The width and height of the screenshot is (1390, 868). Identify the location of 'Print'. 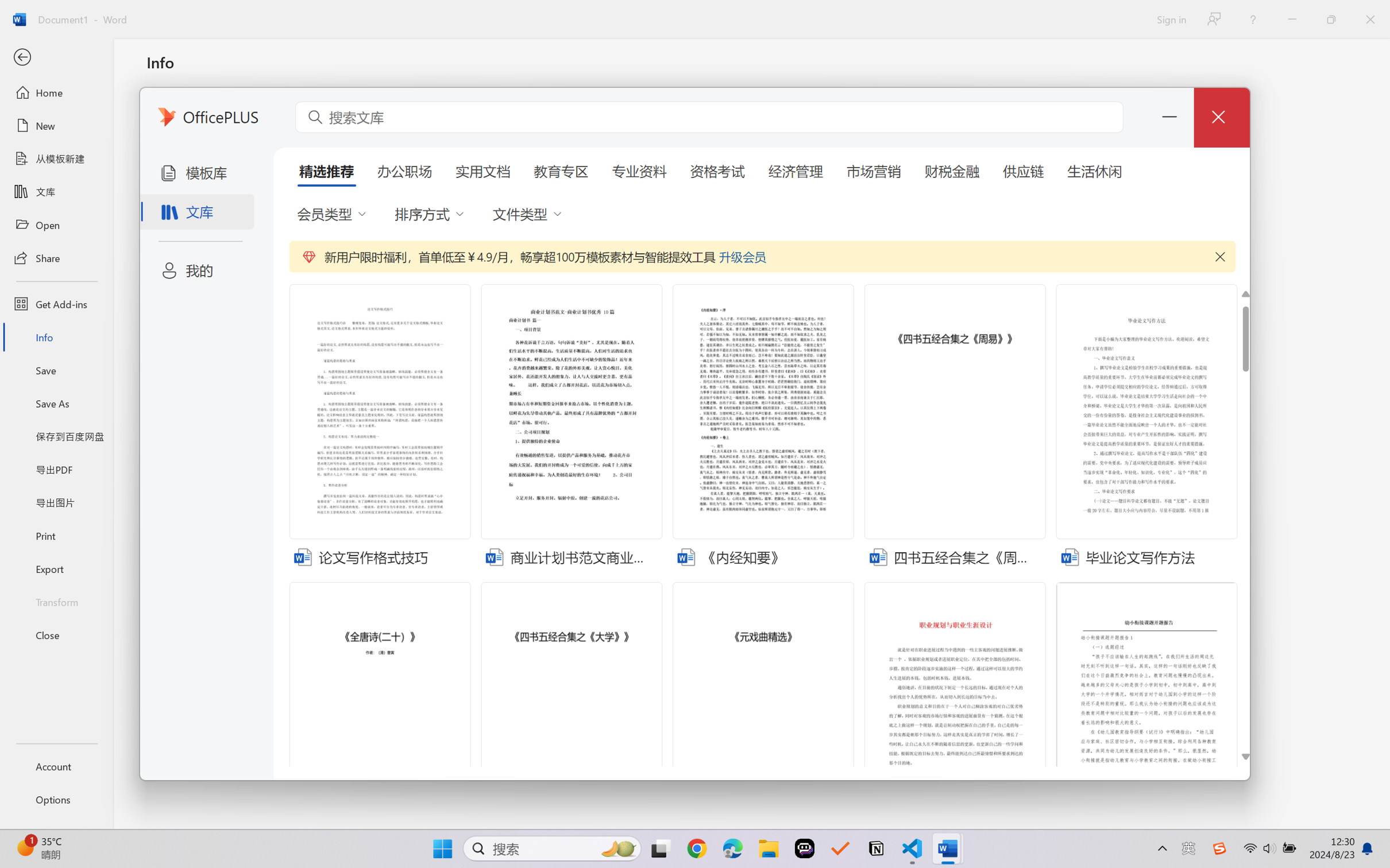
(56, 536).